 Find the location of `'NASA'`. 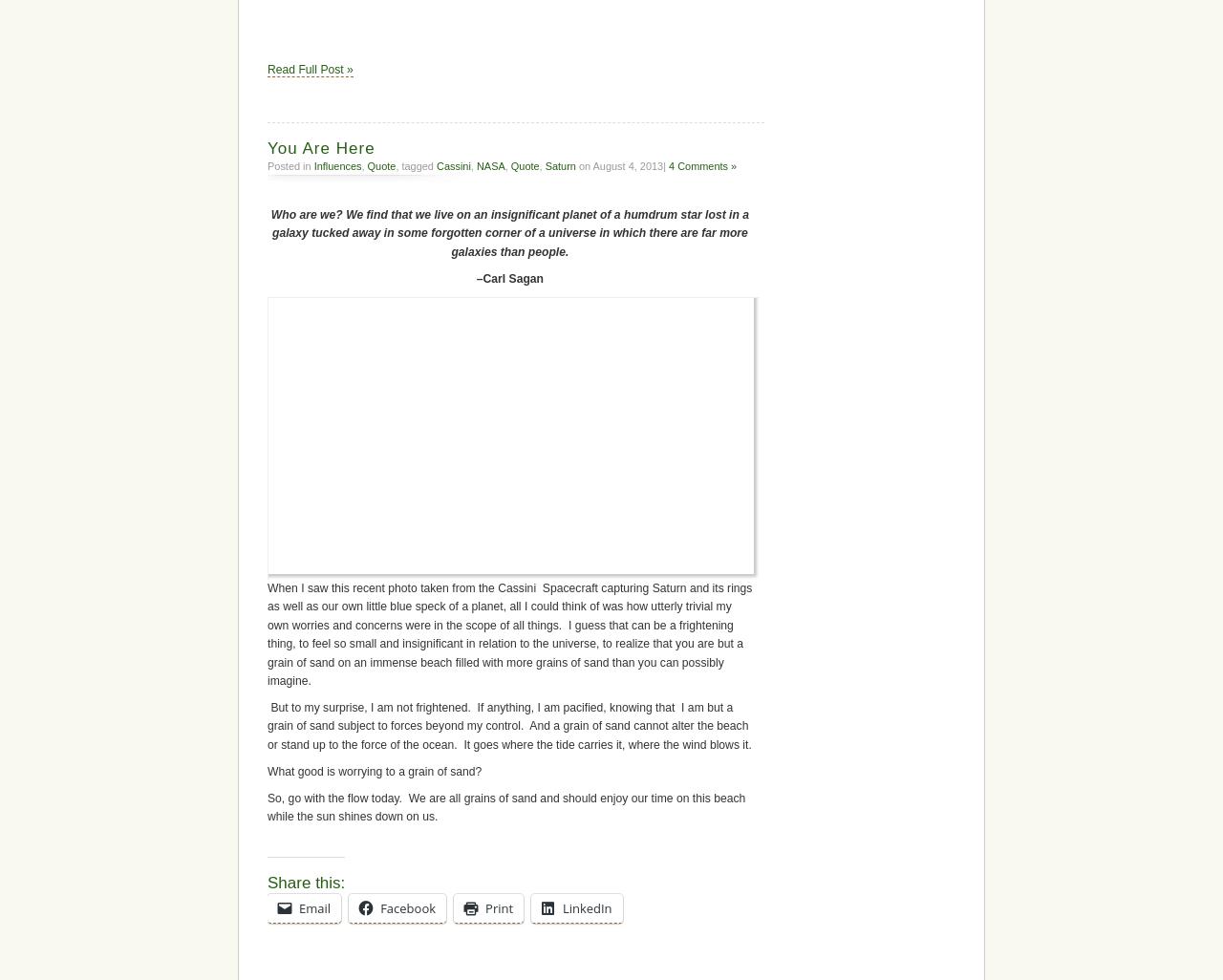

'NASA' is located at coordinates (490, 163).